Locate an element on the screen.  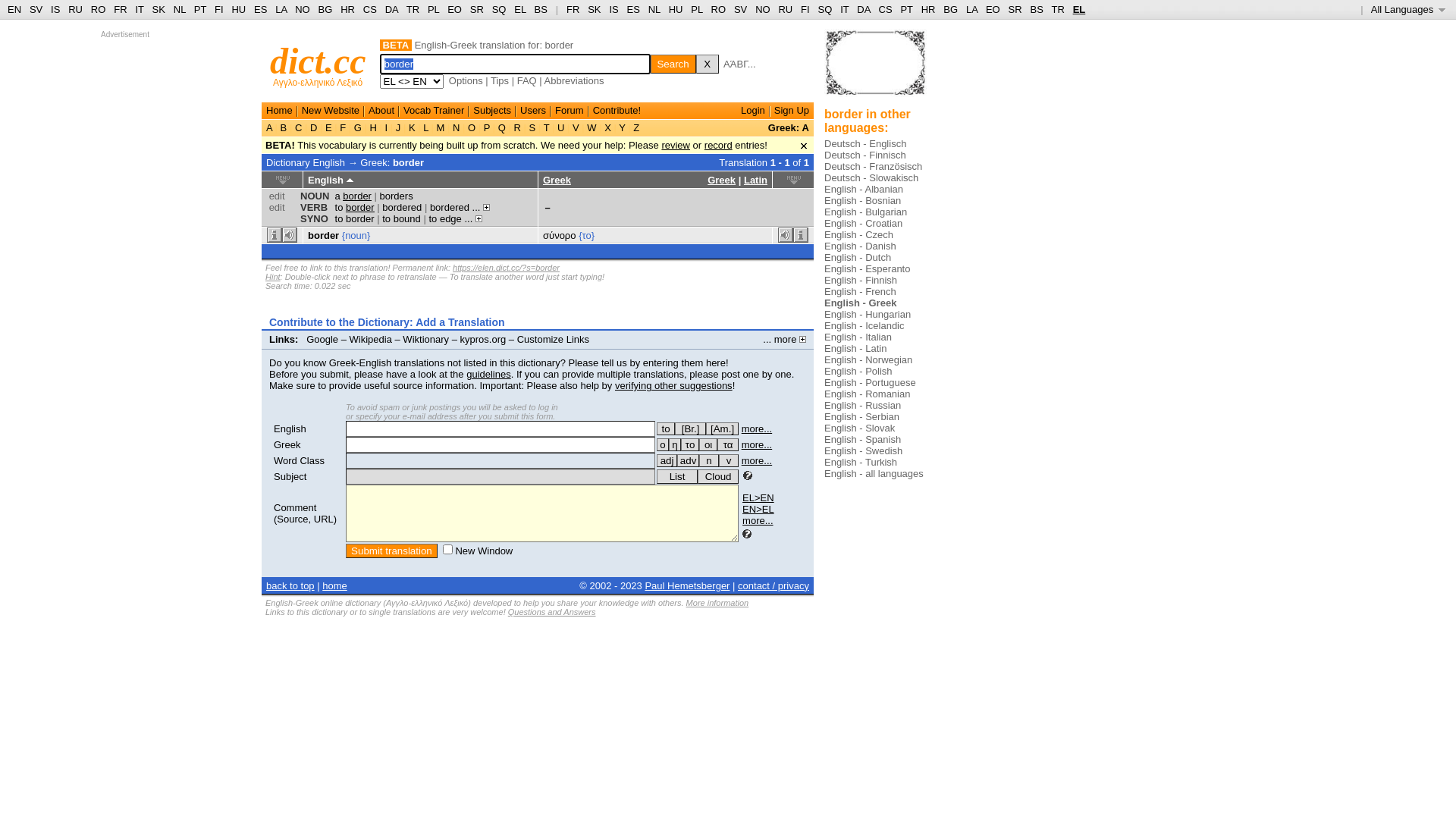
'English - Slovak' is located at coordinates (859, 428).